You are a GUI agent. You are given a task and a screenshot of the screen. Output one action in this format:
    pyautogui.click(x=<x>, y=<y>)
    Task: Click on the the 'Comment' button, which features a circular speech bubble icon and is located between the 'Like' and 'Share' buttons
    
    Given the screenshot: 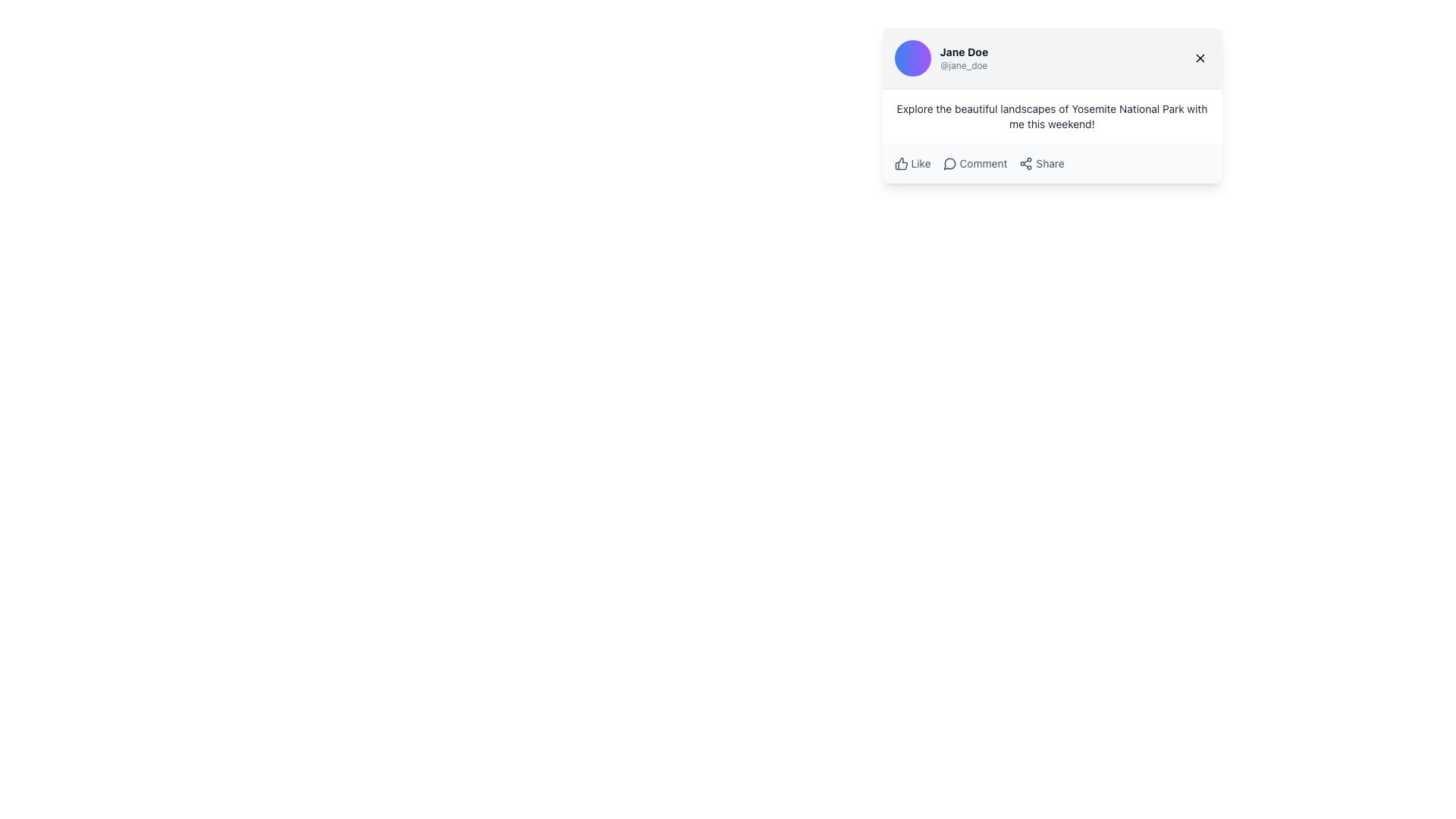 What is the action you would take?
    pyautogui.click(x=975, y=164)
    